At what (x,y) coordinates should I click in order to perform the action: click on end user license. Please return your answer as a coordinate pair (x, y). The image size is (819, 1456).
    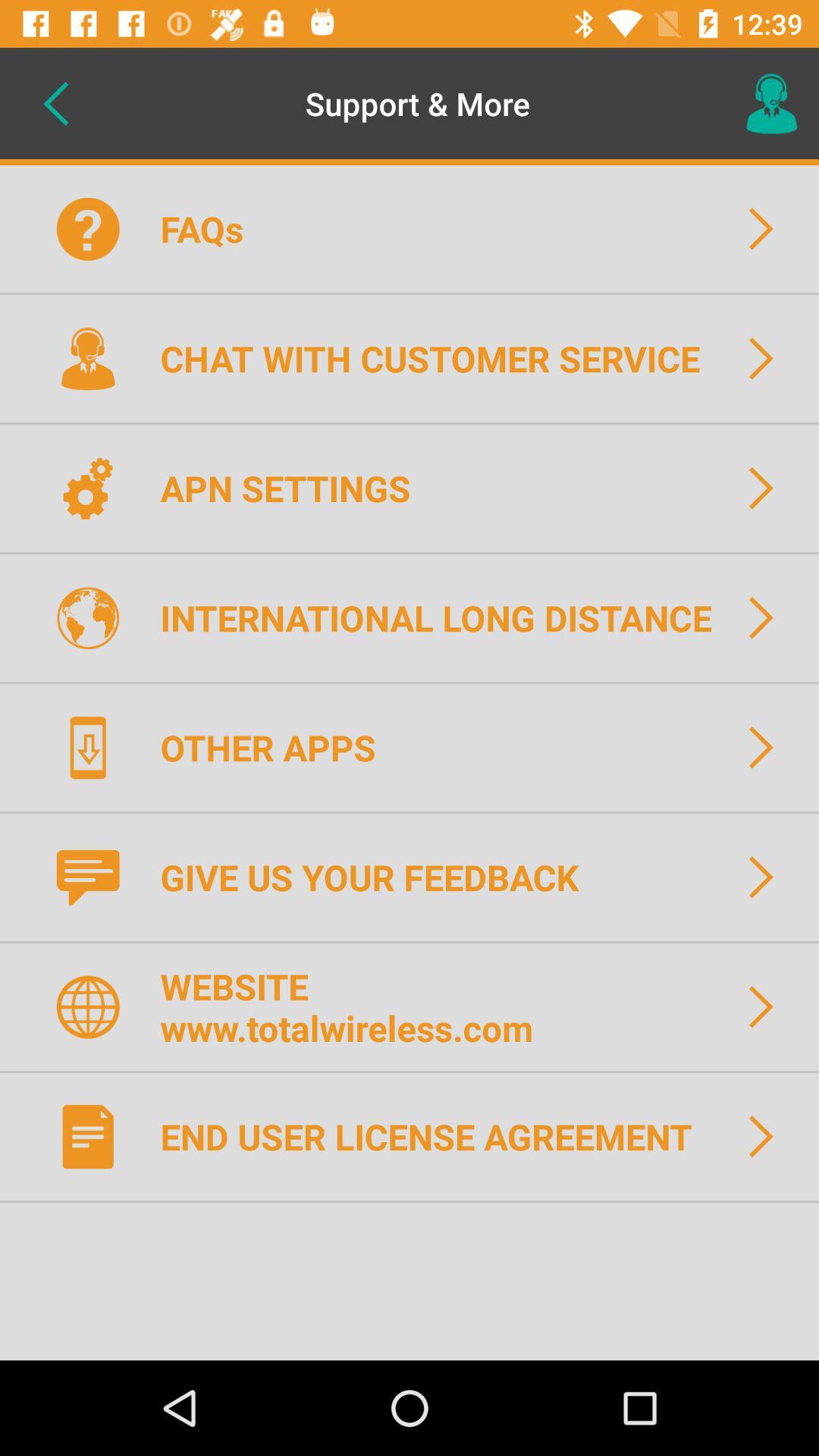
    Looking at the image, I should click on (436, 1136).